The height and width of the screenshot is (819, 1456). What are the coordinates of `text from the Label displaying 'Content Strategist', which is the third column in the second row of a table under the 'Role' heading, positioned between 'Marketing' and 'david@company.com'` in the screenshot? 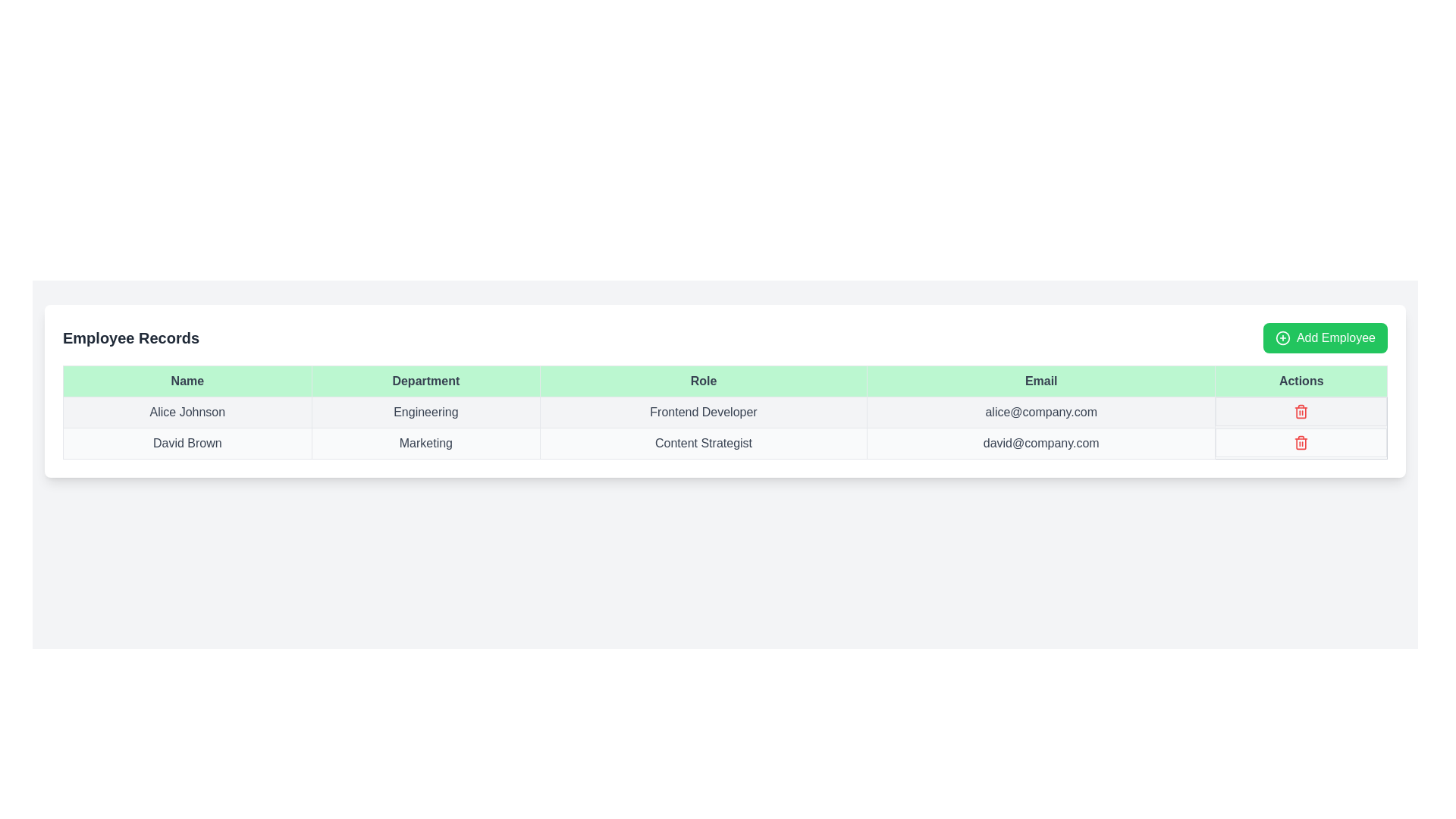 It's located at (702, 444).